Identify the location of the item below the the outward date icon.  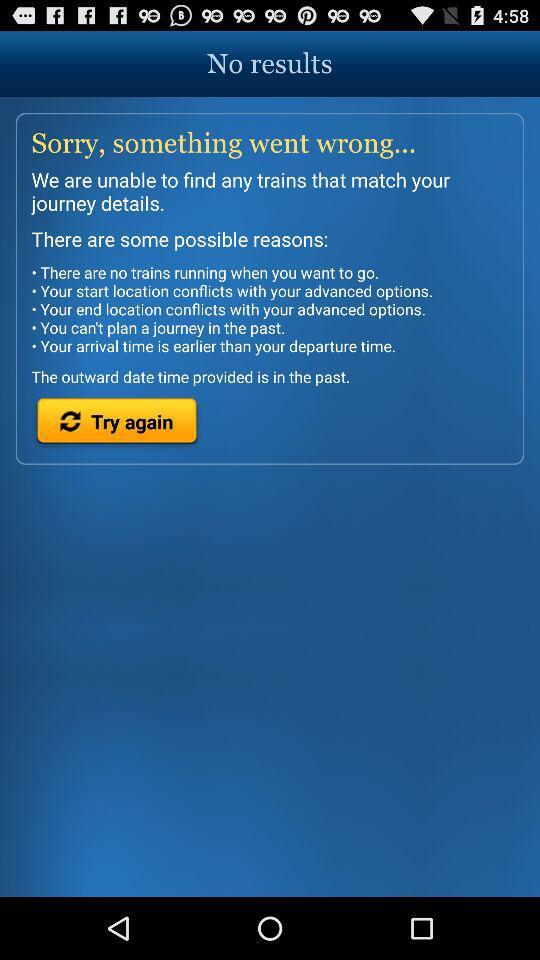
(117, 424).